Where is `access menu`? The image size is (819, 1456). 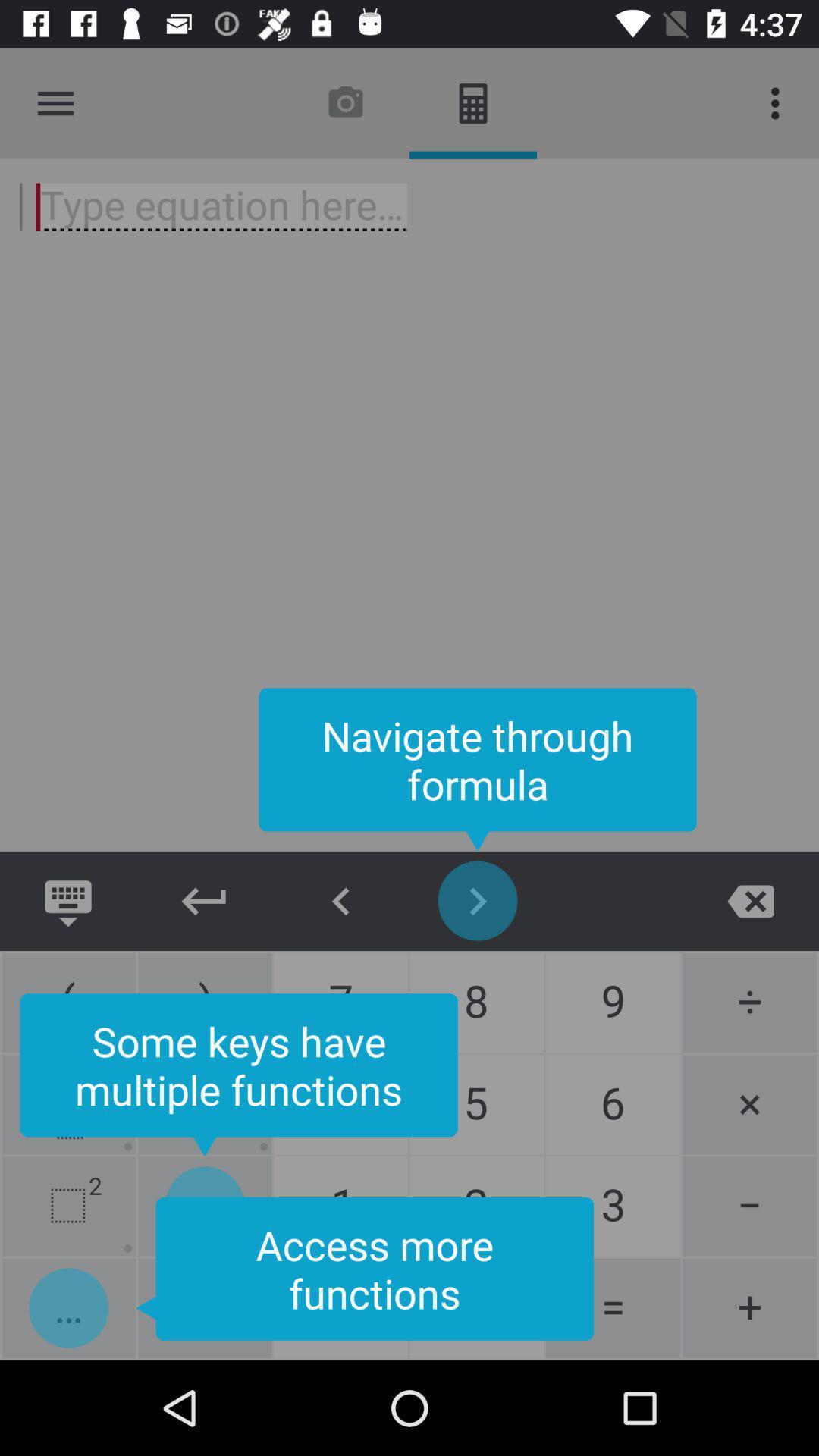 access menu is located at coordinates (55, 102).